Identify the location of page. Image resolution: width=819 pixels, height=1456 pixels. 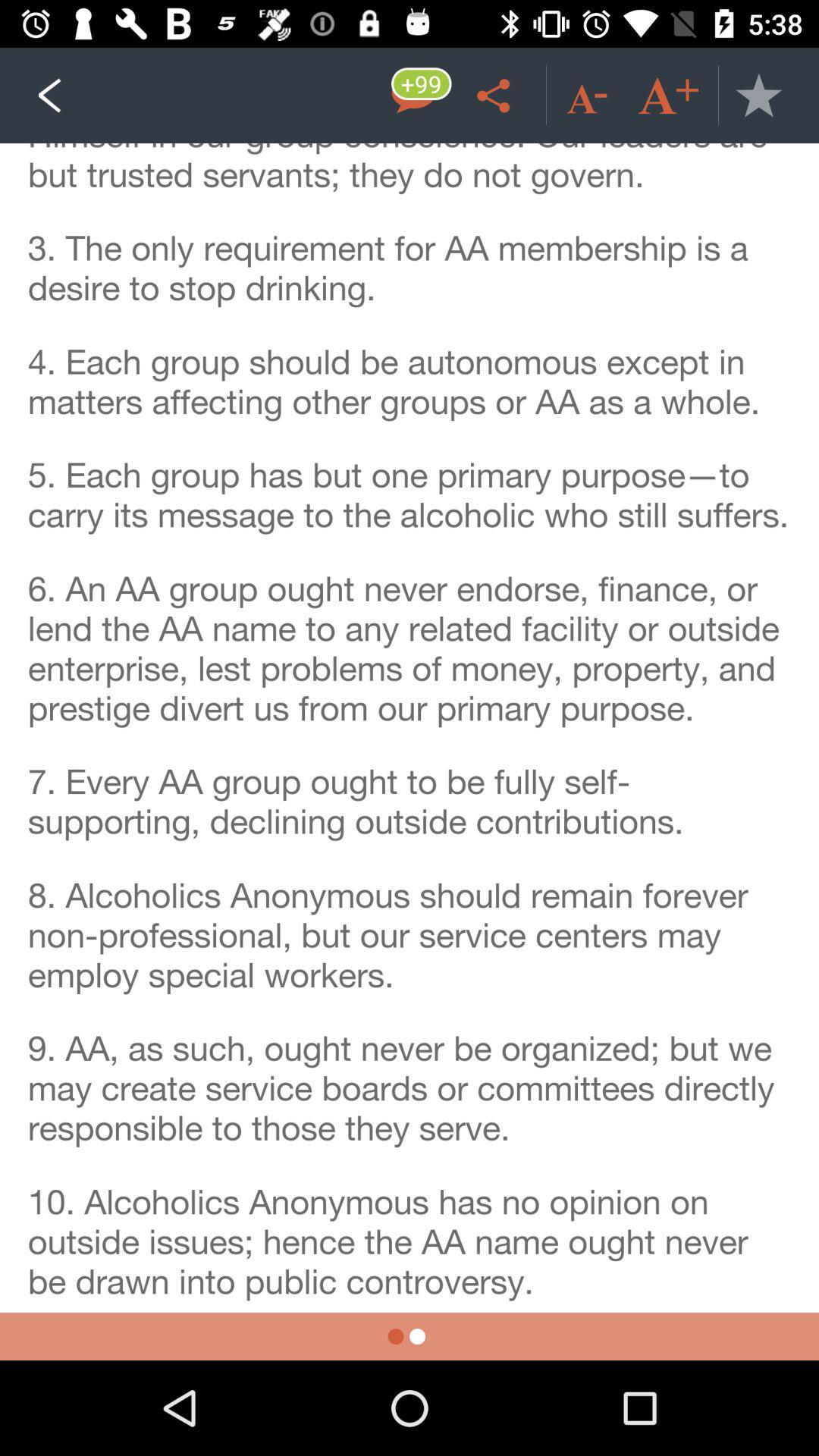
(758, 94).